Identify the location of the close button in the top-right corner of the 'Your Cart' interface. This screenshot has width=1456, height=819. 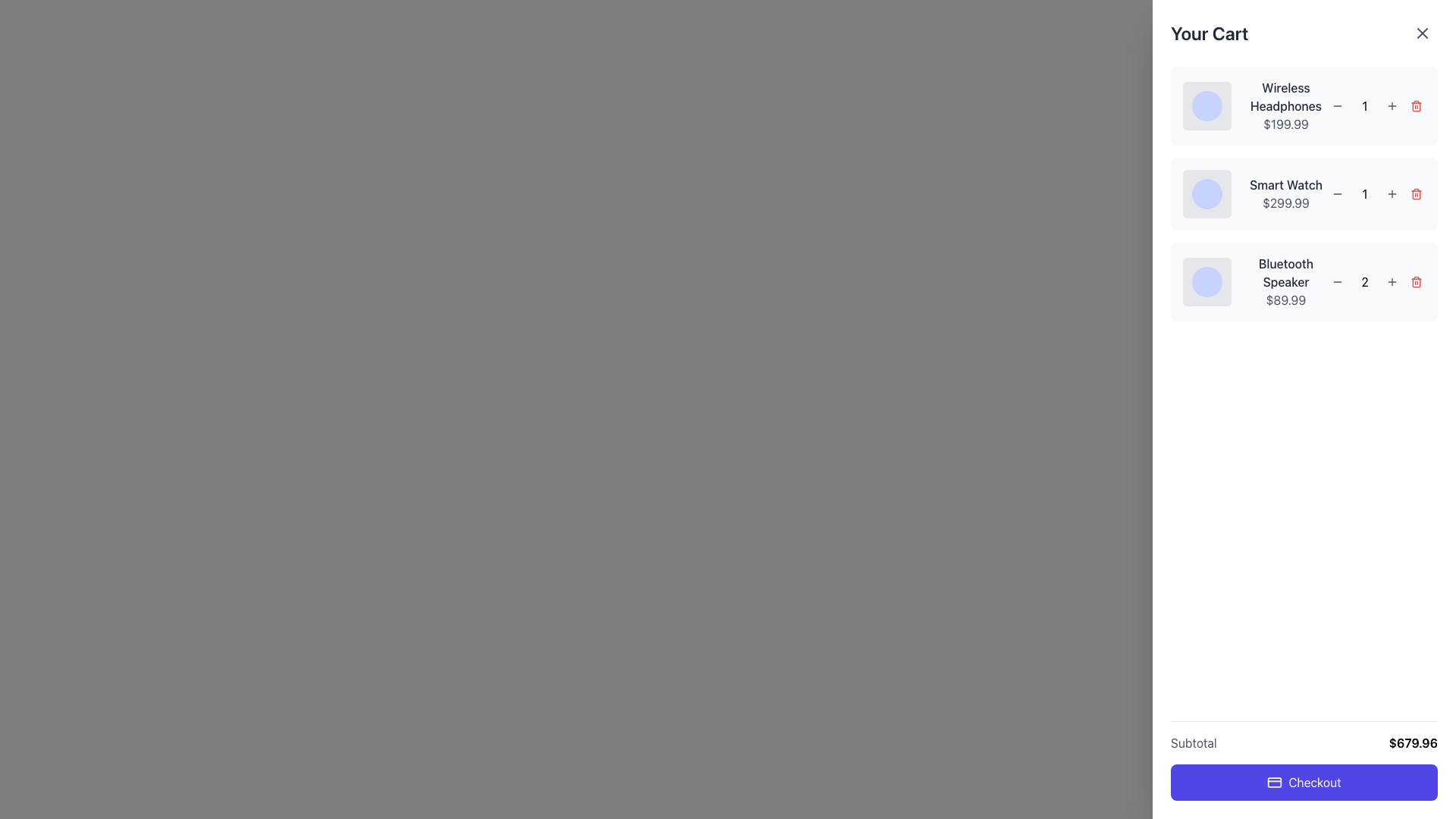
(1422, 33).